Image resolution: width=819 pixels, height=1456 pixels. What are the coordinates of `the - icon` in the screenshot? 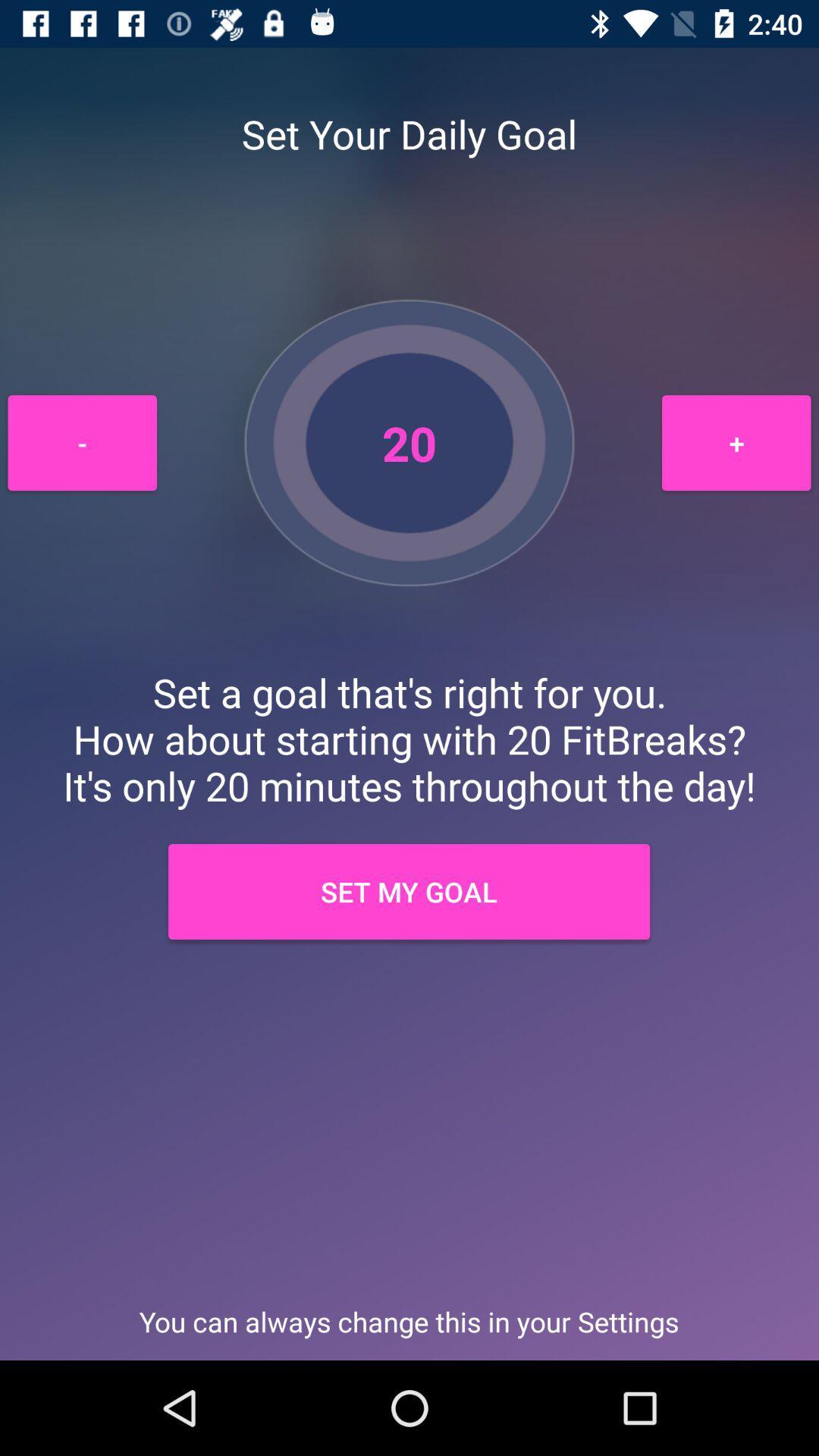 It's located at (82, 442).